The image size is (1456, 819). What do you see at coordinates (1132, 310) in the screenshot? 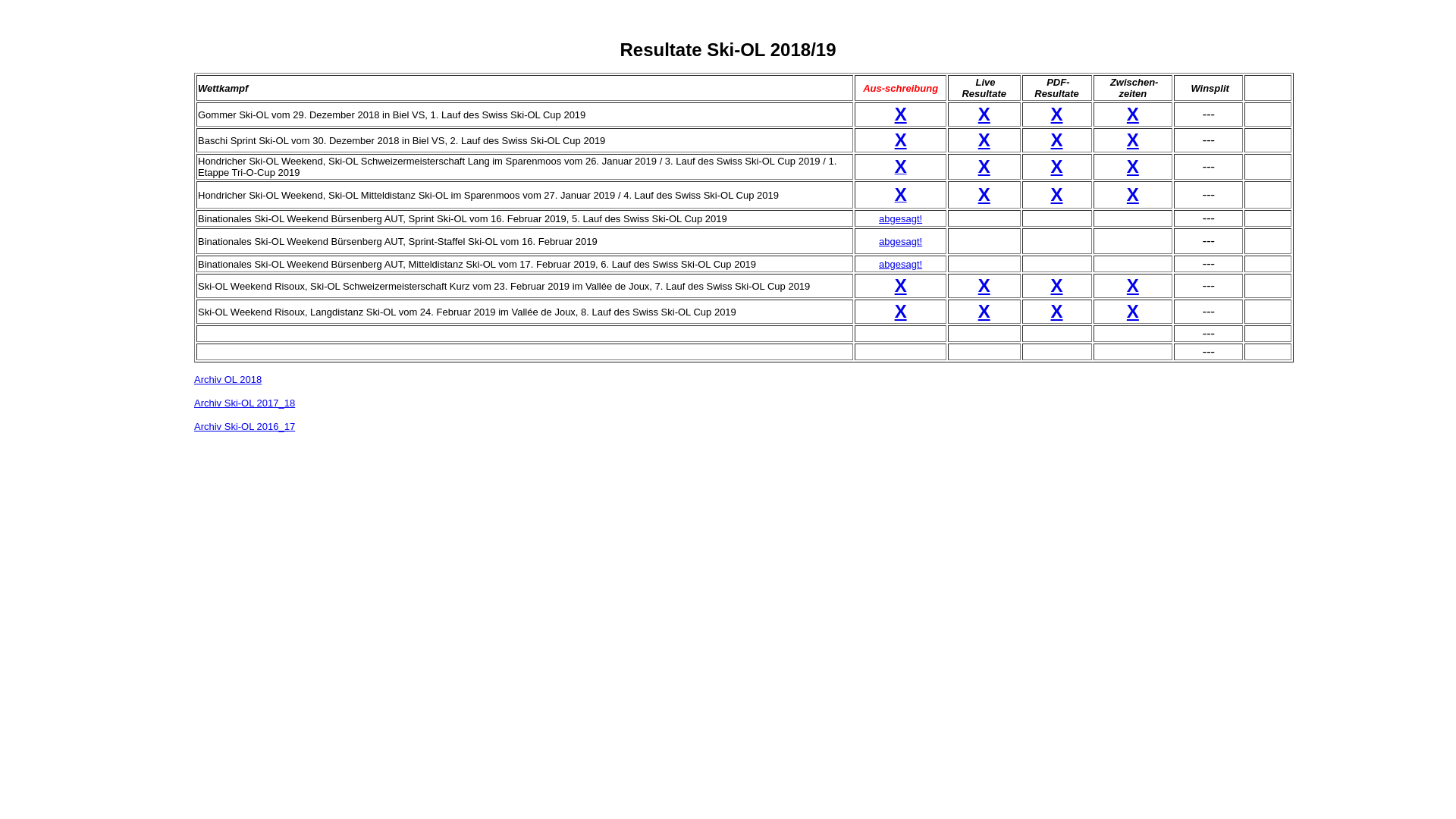
I see `'X'` at bounding box center [1132, 310].